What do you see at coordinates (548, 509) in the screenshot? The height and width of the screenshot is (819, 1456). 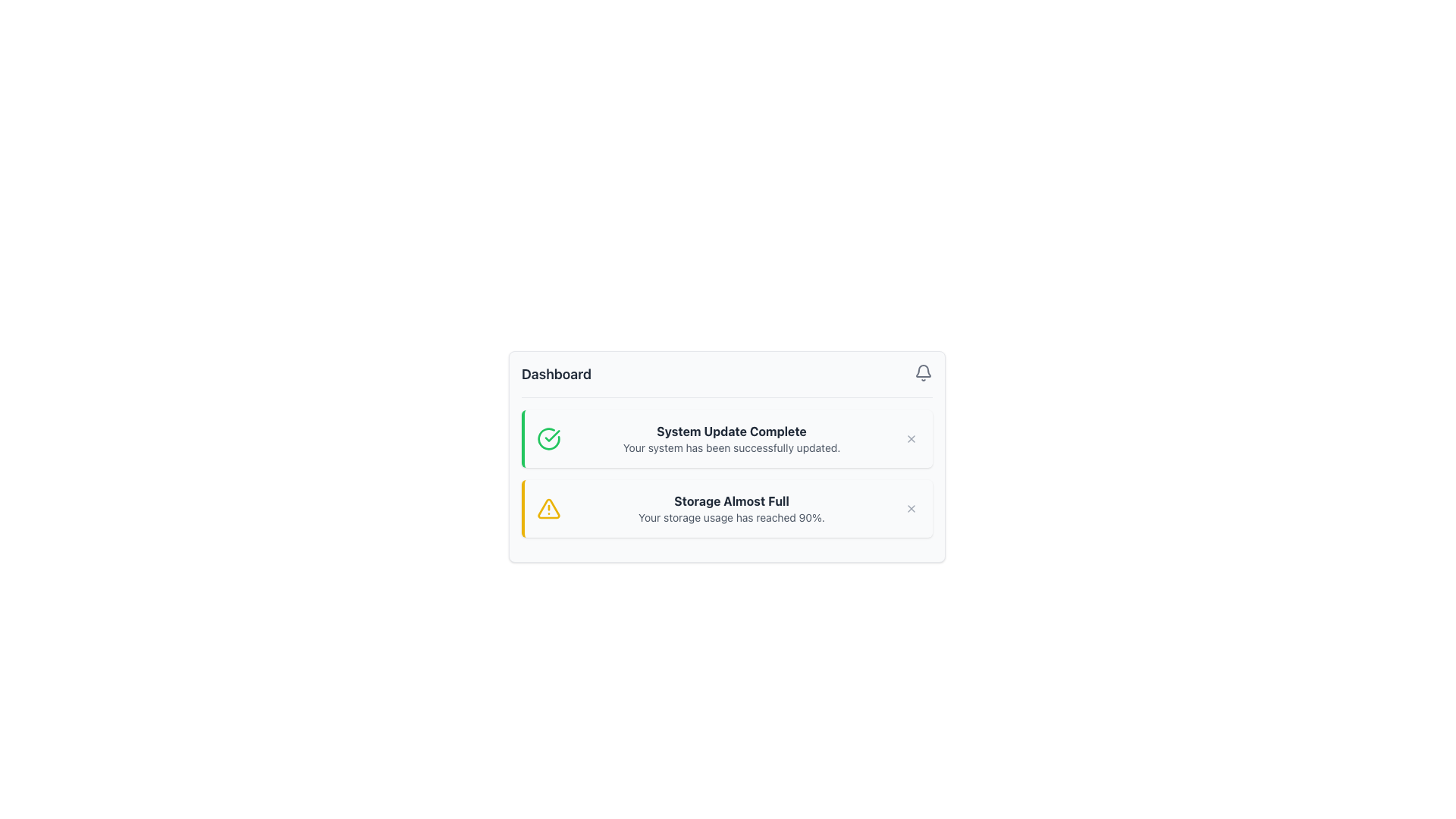 I see `the warning icon located in the second notification card, which is positioned to the left of the text 'Storage Almost Full'` at bounding box center [548, 509].